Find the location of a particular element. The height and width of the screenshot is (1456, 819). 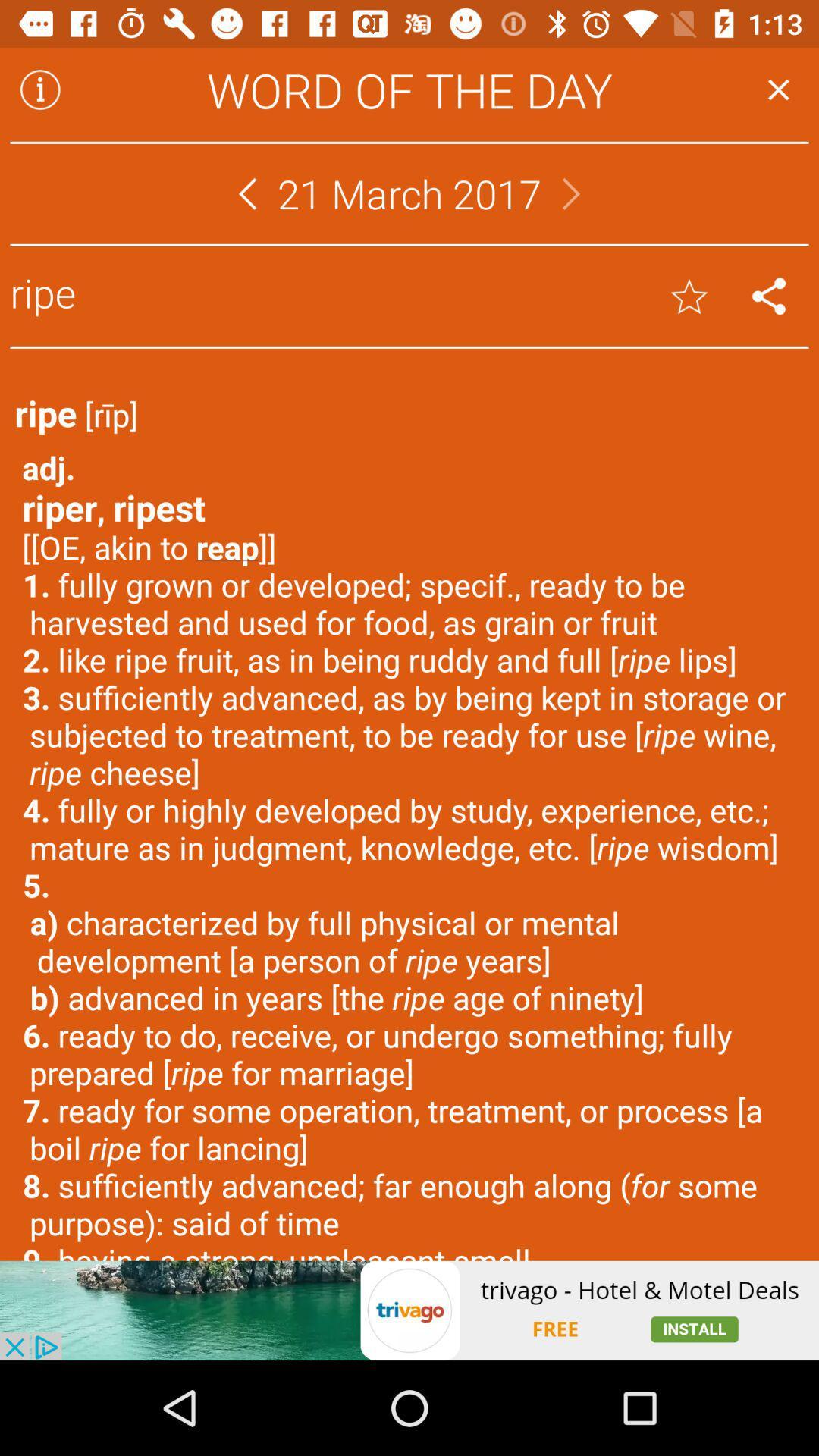

this is to share the article is located at coordinates (769, 296).